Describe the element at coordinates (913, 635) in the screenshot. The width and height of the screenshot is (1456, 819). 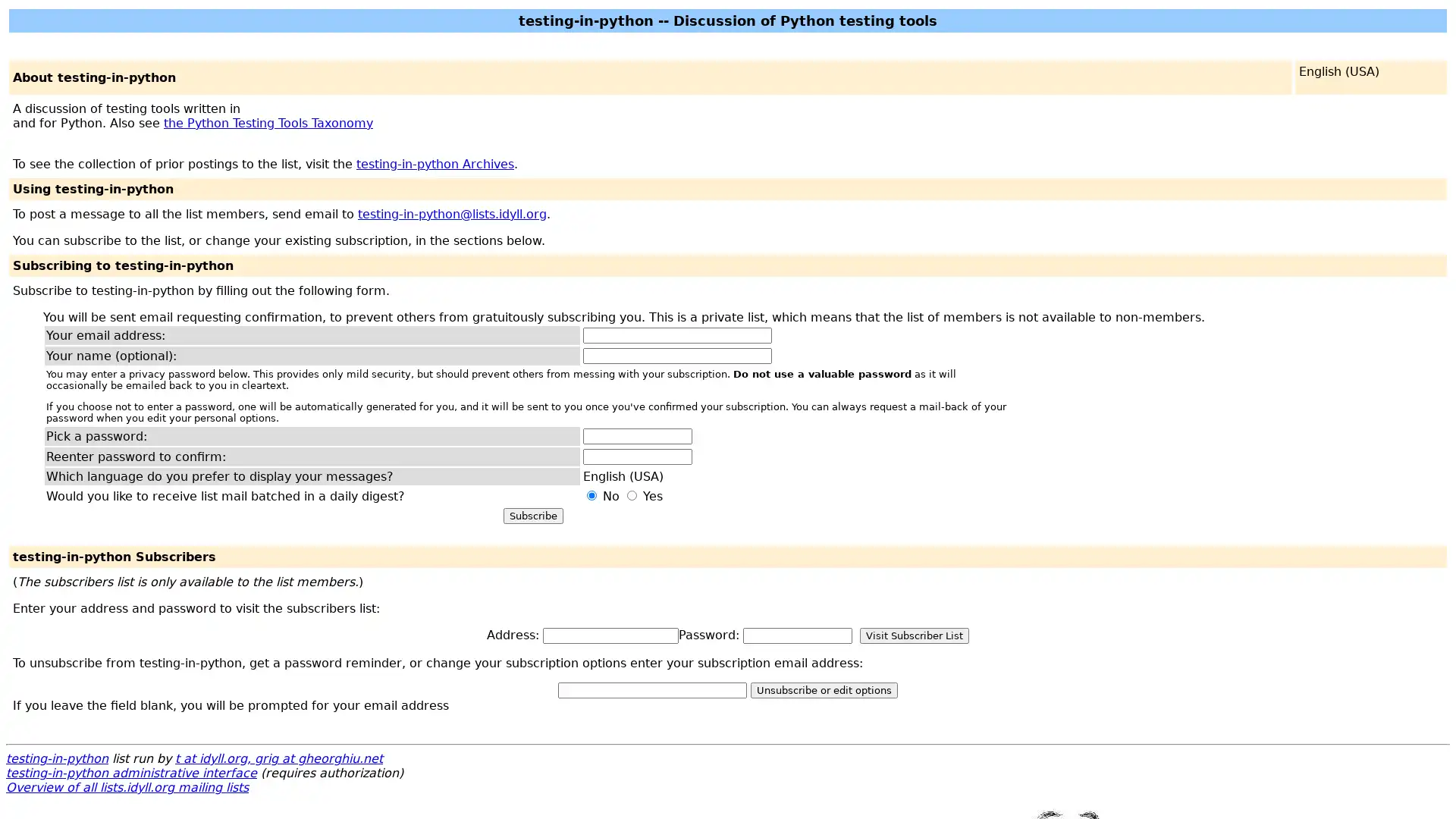
I see `Visit Subscriber List` at that location.